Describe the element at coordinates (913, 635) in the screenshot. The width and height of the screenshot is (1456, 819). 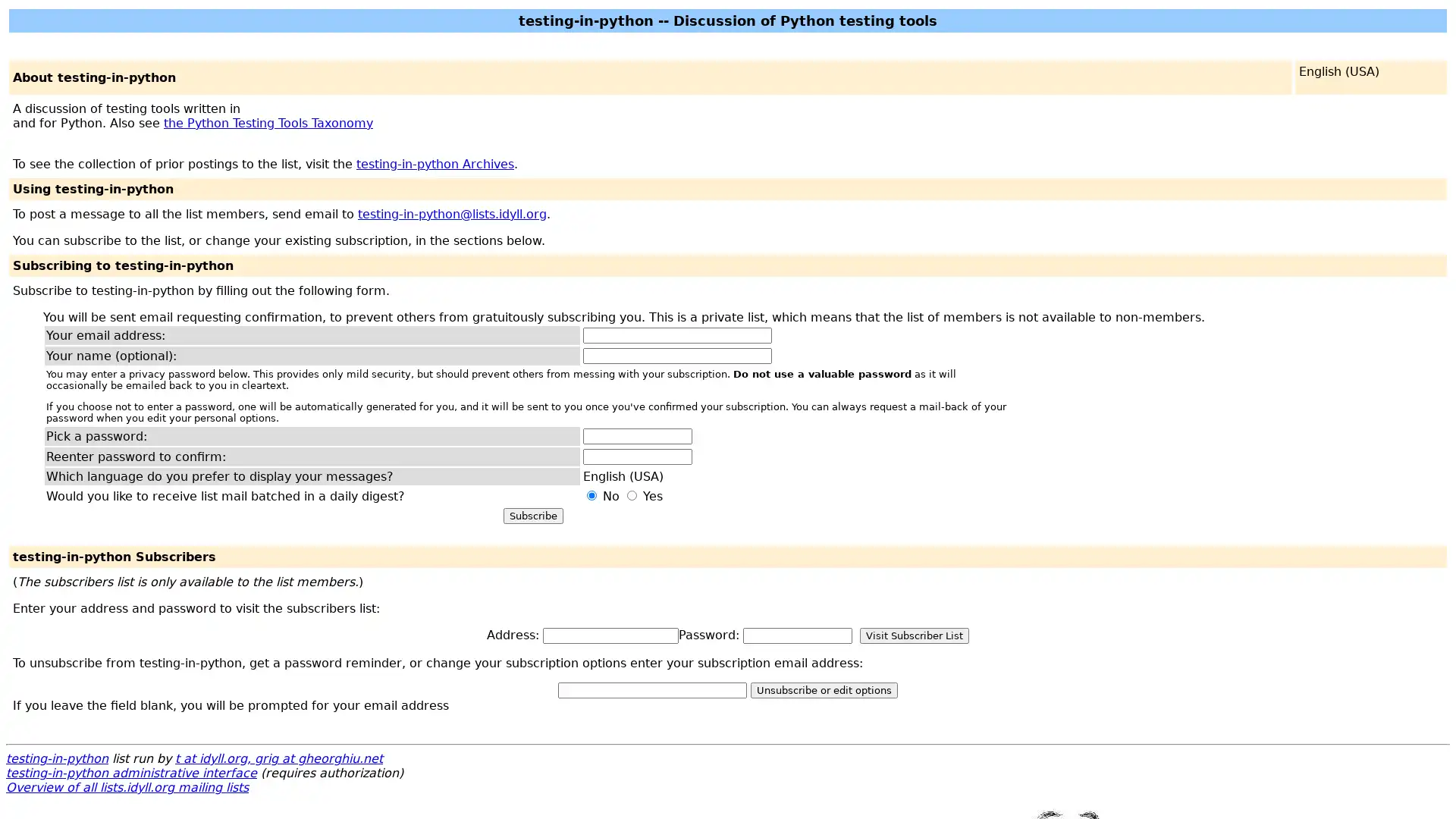
I see `Visit Subscriber List` at that location.